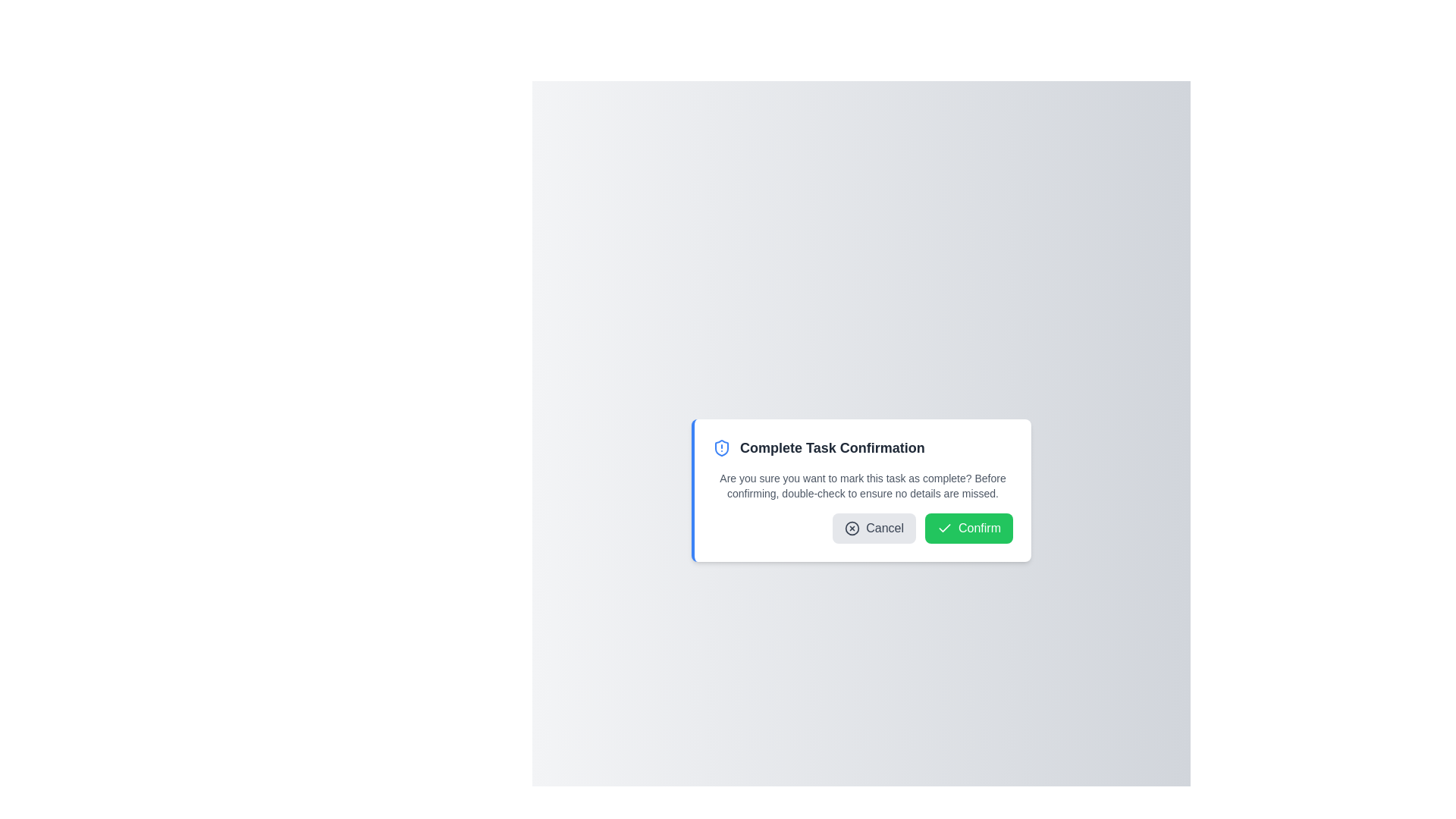 Image resolution: width=1456 pixels, height=819 pixels. I want to click on the cancellation icon located on the left side of the 'Cancel' button, so click(852, 528).